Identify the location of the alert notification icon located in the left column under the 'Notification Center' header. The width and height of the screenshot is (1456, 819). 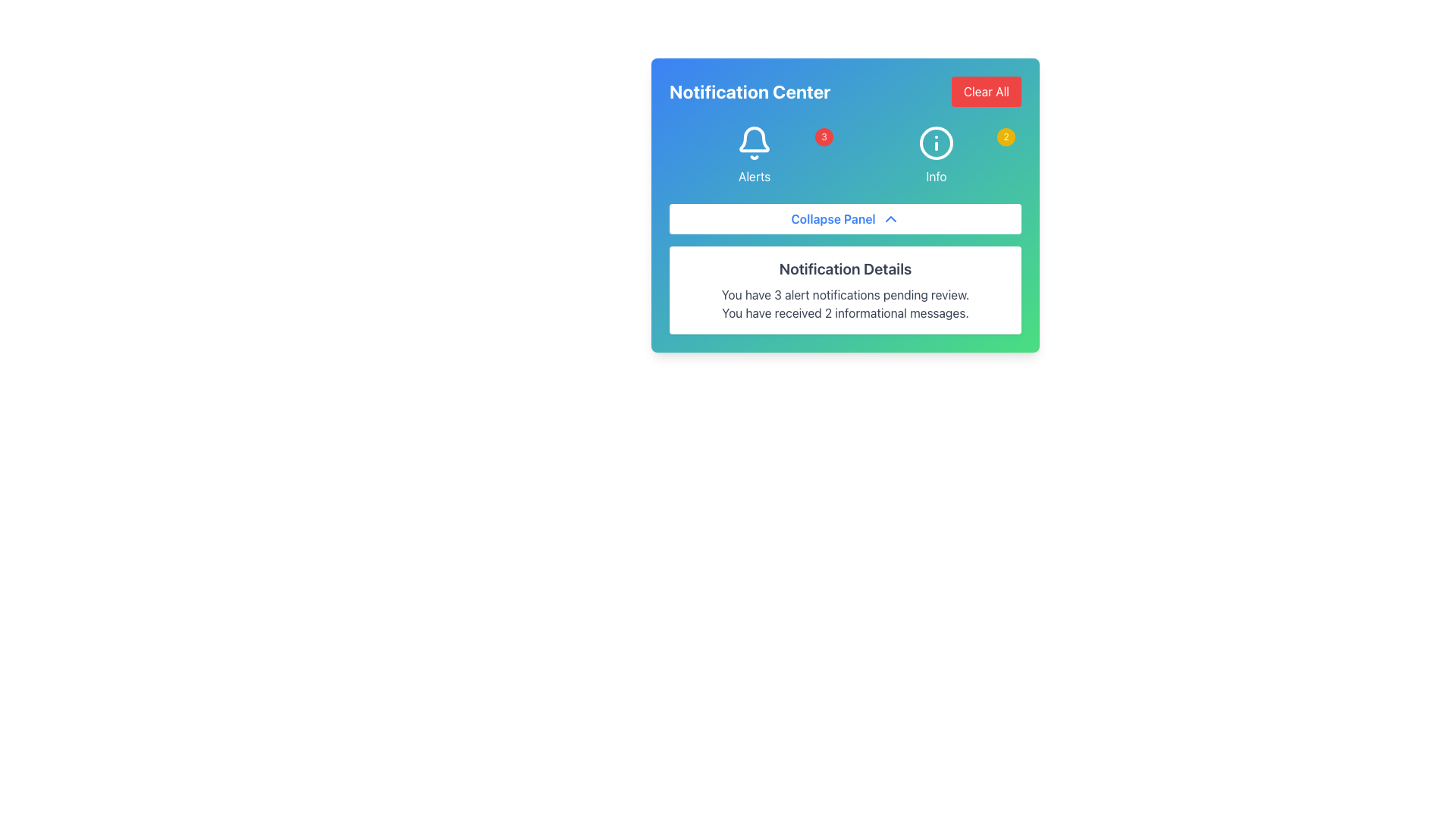
(754, 155).